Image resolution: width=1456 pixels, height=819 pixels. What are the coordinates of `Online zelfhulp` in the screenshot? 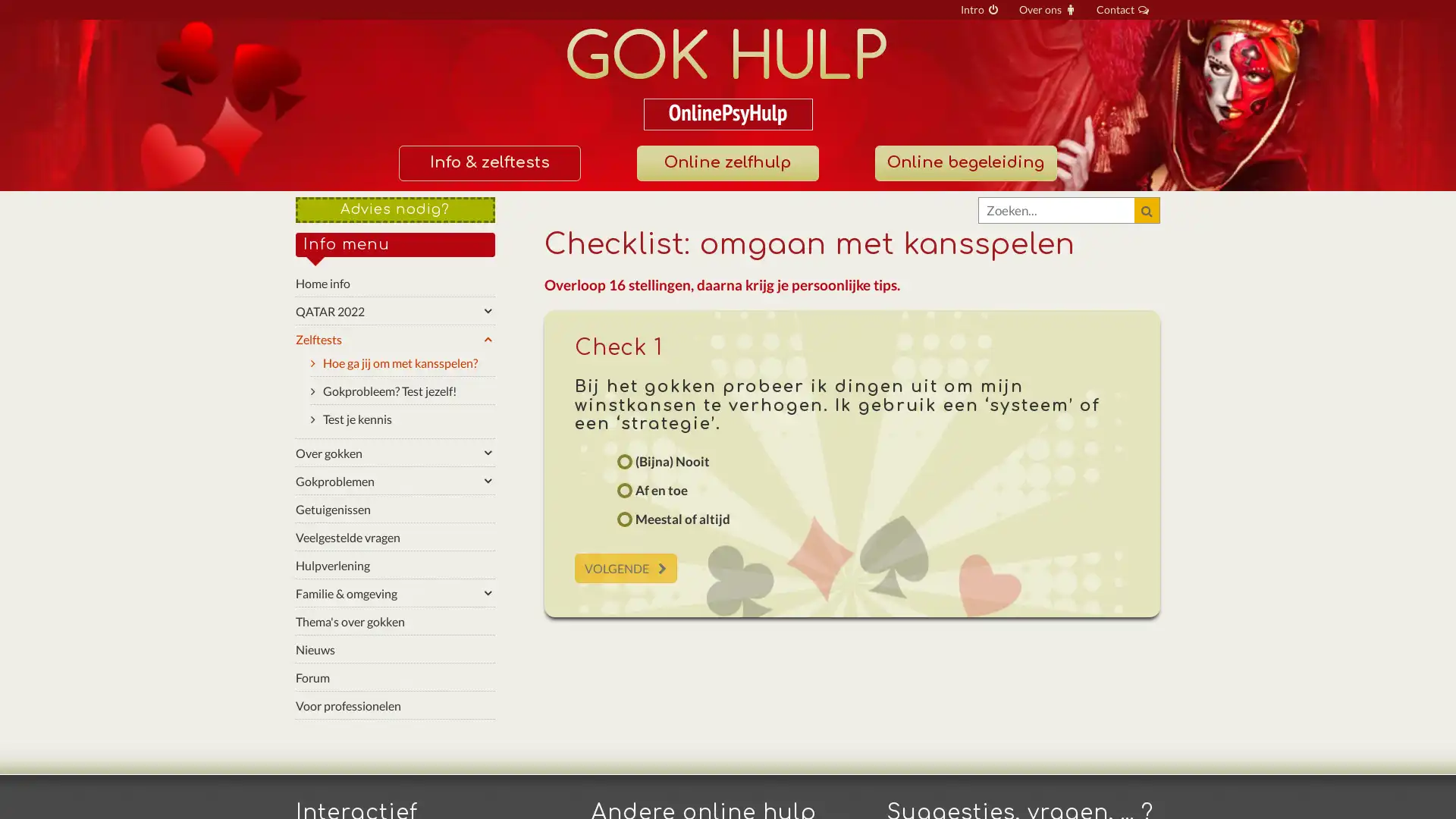 It's located at (726, 163).